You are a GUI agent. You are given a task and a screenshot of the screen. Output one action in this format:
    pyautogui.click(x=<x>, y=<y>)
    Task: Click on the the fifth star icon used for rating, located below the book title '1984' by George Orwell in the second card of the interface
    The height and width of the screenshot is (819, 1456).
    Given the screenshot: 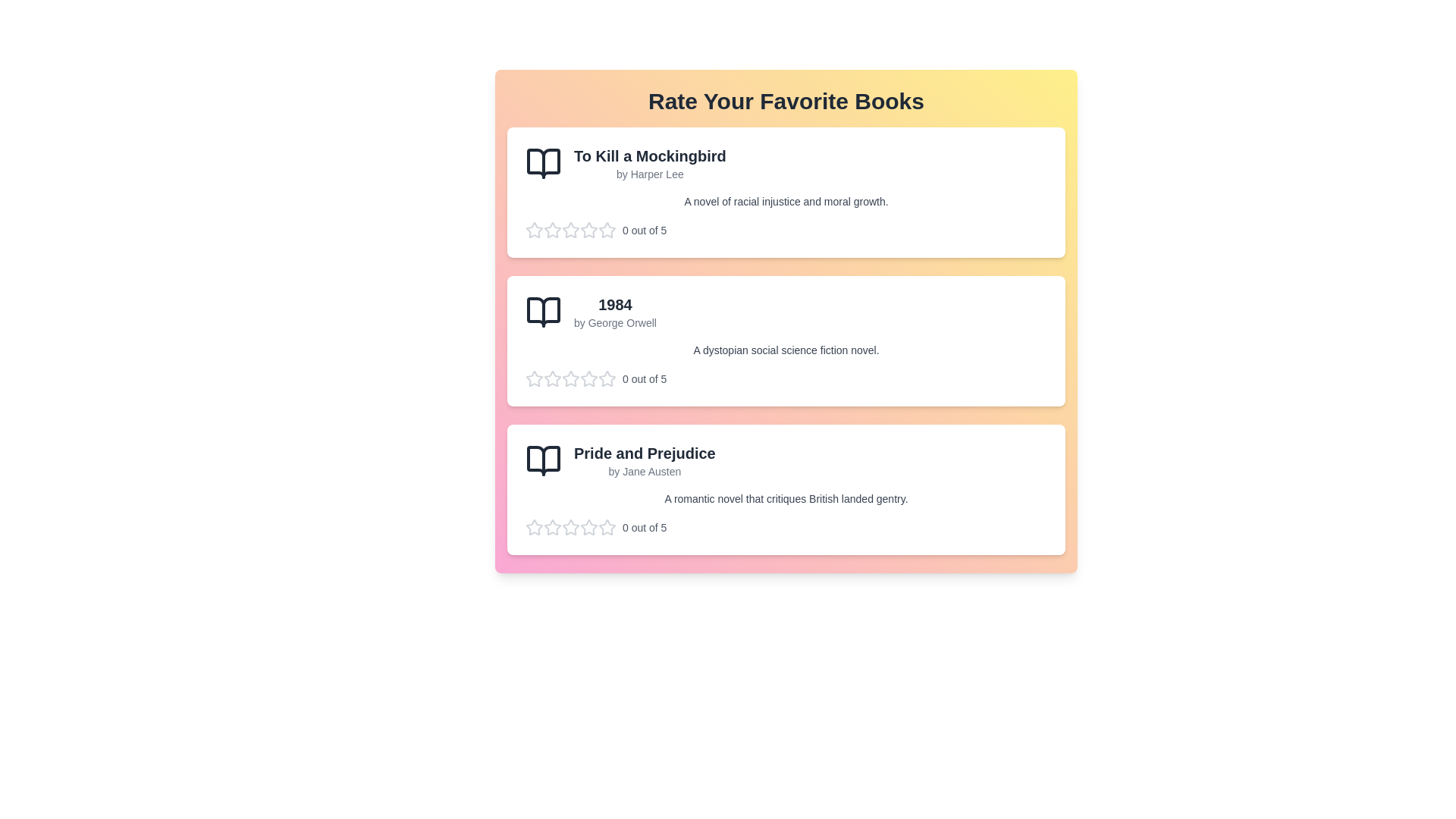 What is the action you would take?
    pyautogui.click(x=588, y=378)
    